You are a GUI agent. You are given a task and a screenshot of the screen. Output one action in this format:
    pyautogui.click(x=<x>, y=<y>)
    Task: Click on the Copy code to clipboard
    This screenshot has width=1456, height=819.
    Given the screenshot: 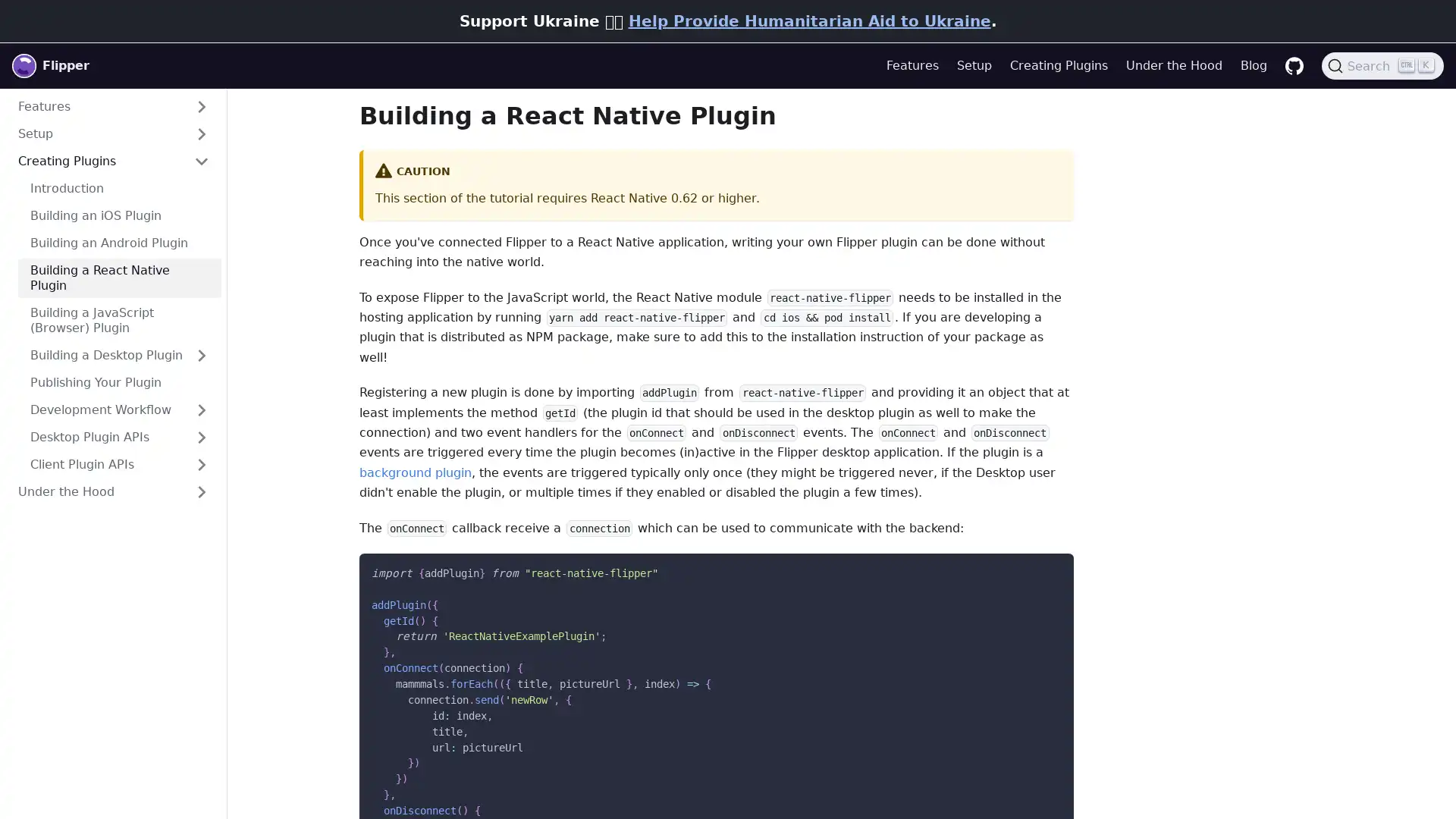 What is the action you would take?
    pyautogui.click(x=1048, y=570)
    